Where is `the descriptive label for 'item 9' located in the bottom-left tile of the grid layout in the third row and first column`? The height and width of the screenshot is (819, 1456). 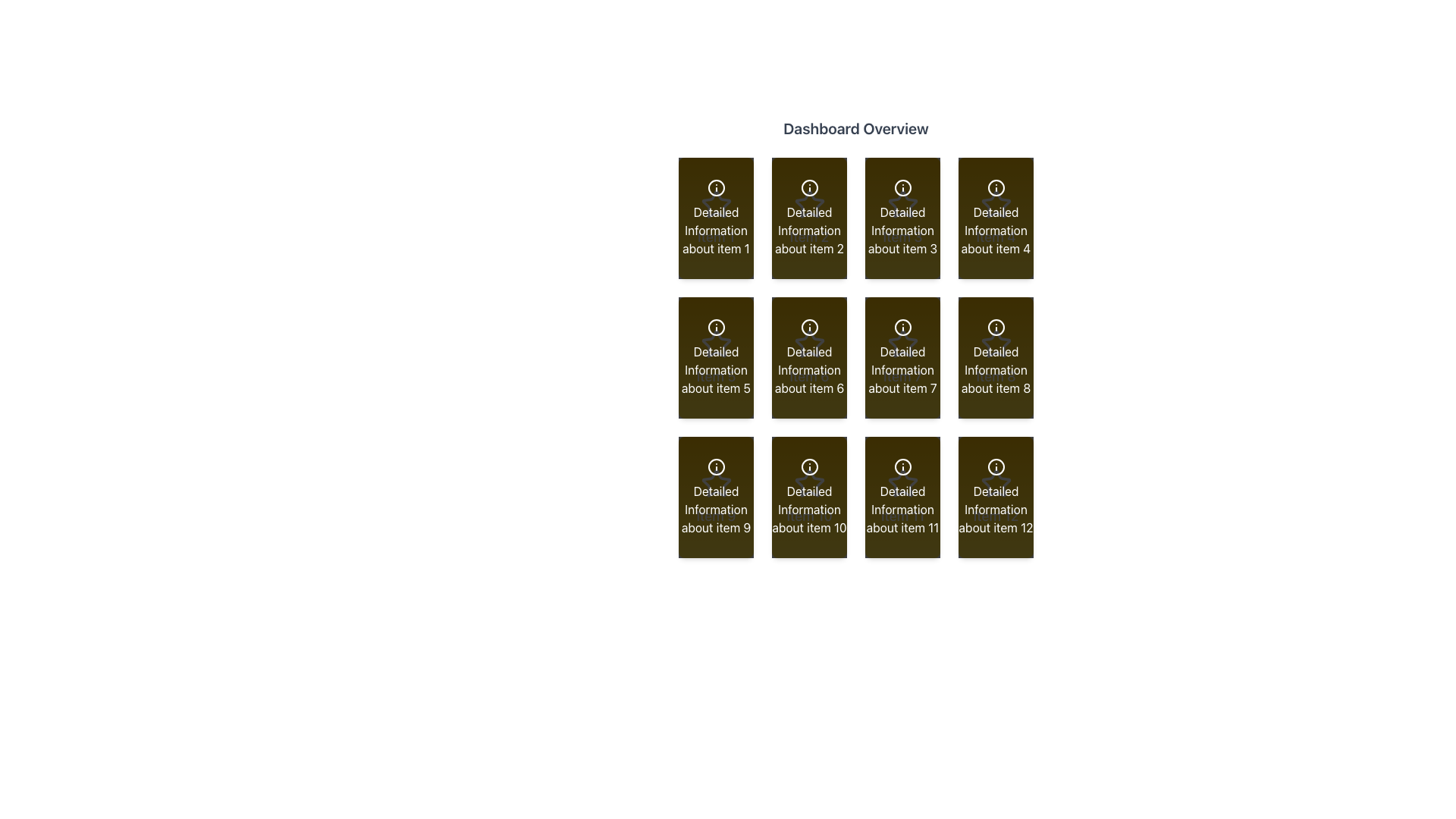
the descriptive label for 'item 9' located in the bottom-left tile of the grid layout in the third row and first column is located at coordinates (715, 509).